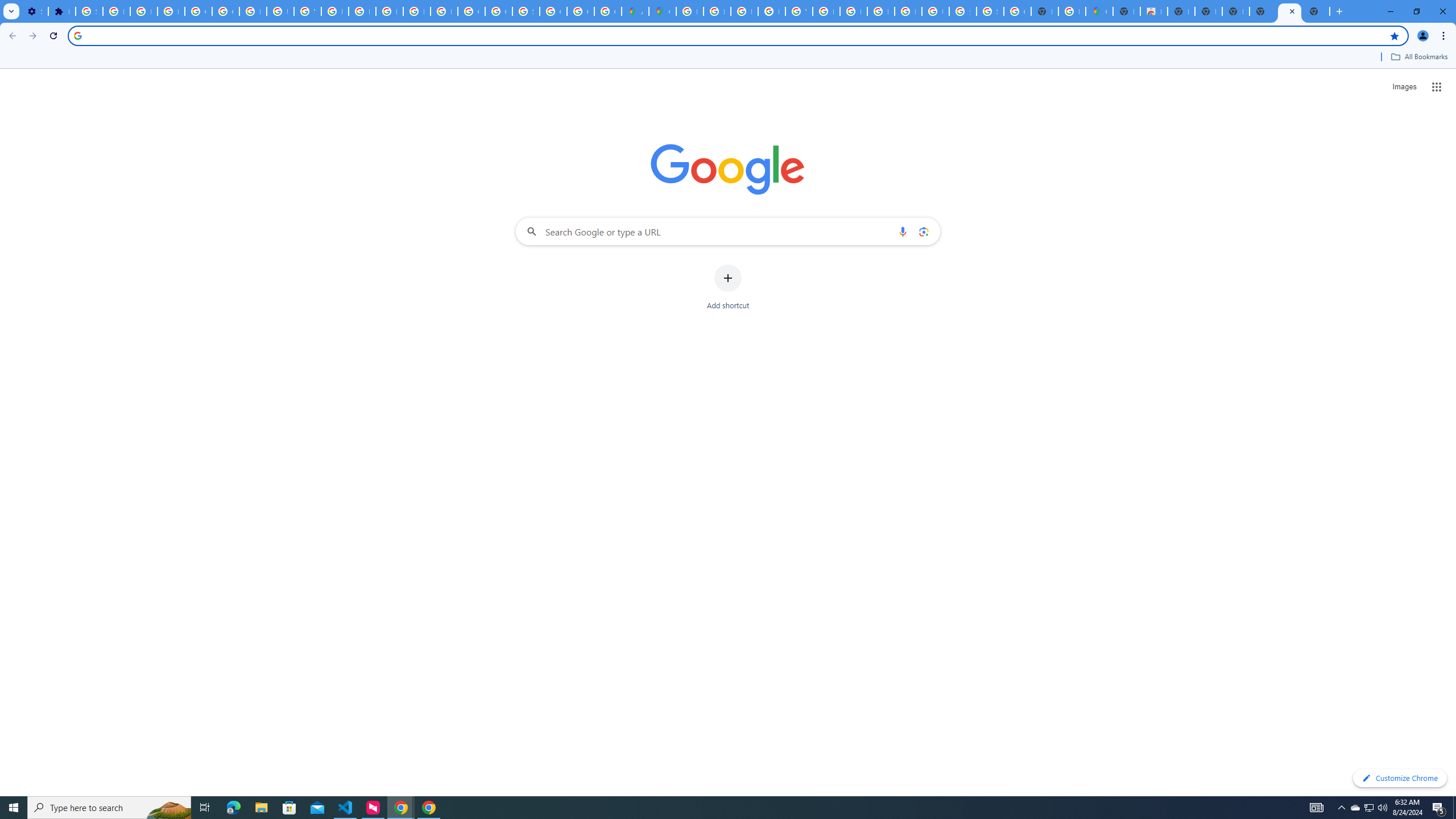  What do you see at coordinates (307, 11) in the screenshot?
I see `'YouTube'` at bounding box center [307, 11].